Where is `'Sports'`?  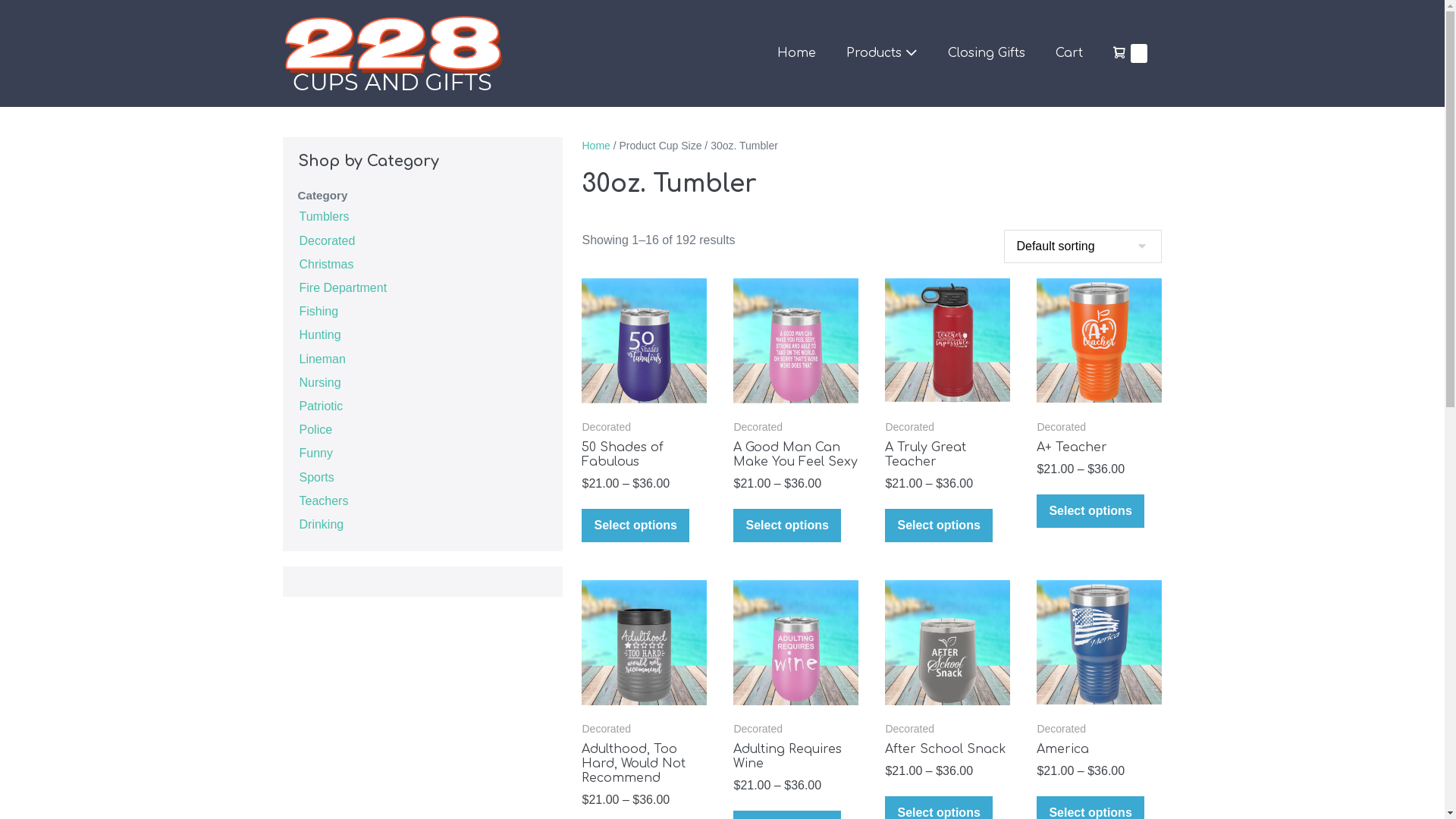 'Sports' is located at coordinates (315, 475).